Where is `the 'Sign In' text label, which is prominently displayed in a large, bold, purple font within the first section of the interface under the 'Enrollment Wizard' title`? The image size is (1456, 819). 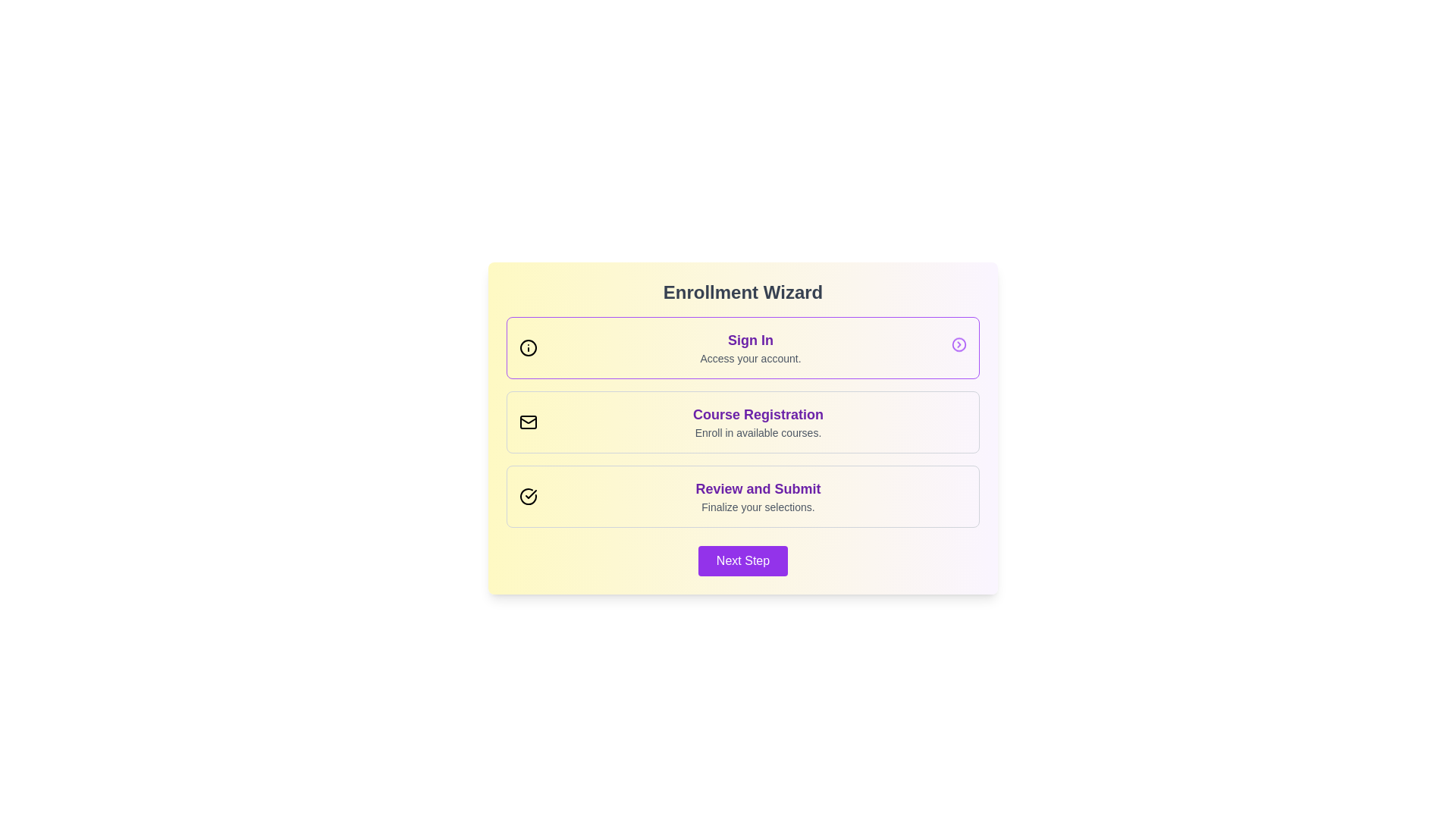
the 'Sign In' text label, which is prominently displayed in a large, bold, purple font within the first section of the interface under the 'Enrollment Wizard' title is located at coordinates (750, 339).